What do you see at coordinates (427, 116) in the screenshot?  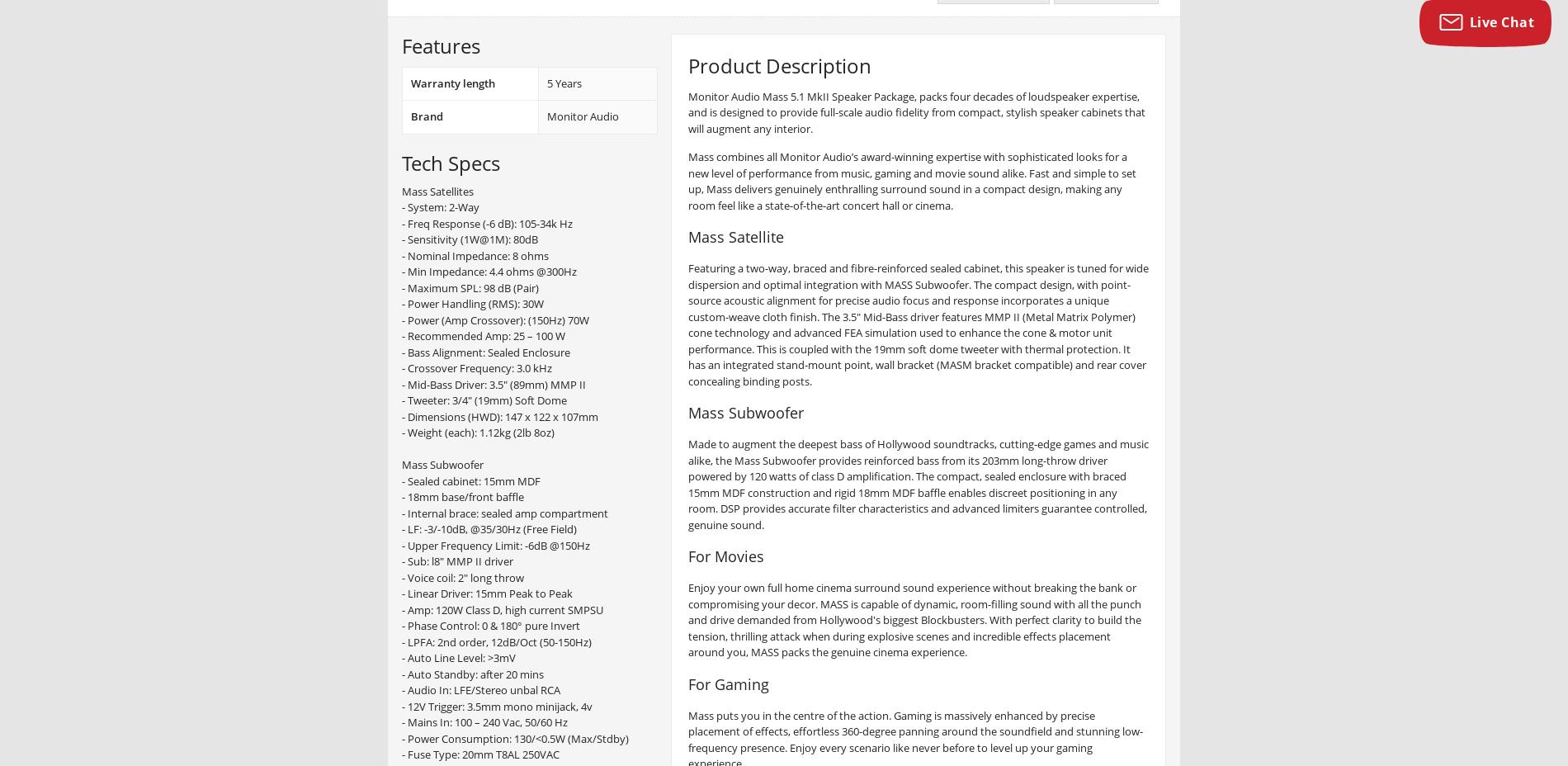 I see `'Brand'` at bounding box center [427, 116].